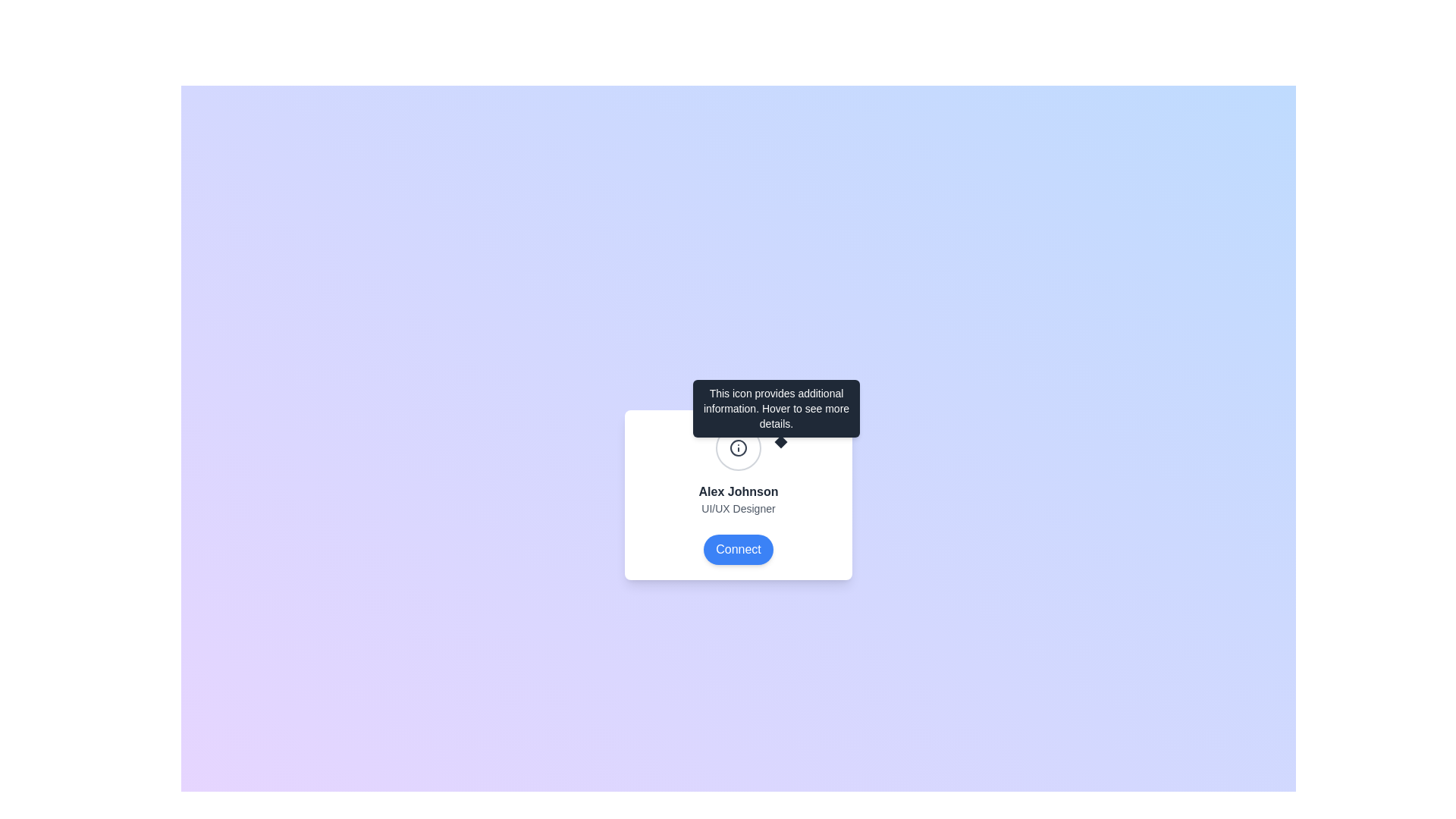 The image size is (1456, 819). Describe the element at coordinates (739, 550) in the screenshot. I see `the blue rounded button labeled 'Connect' located at the bottom center of the card containing information about 'Alex Johnson', a UI/UX Designer, to initiate a connection` at that location.